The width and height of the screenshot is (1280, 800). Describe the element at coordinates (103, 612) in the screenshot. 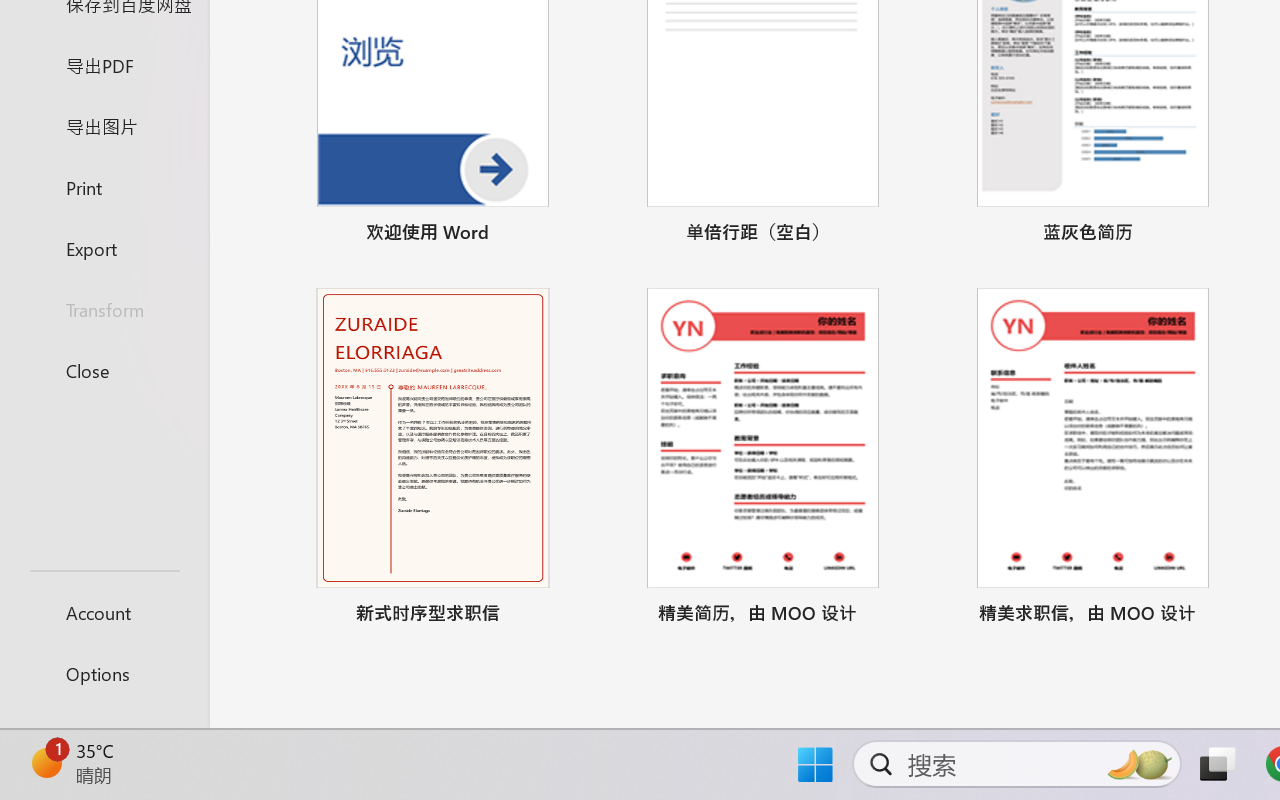

I see `'Account'` at that location.